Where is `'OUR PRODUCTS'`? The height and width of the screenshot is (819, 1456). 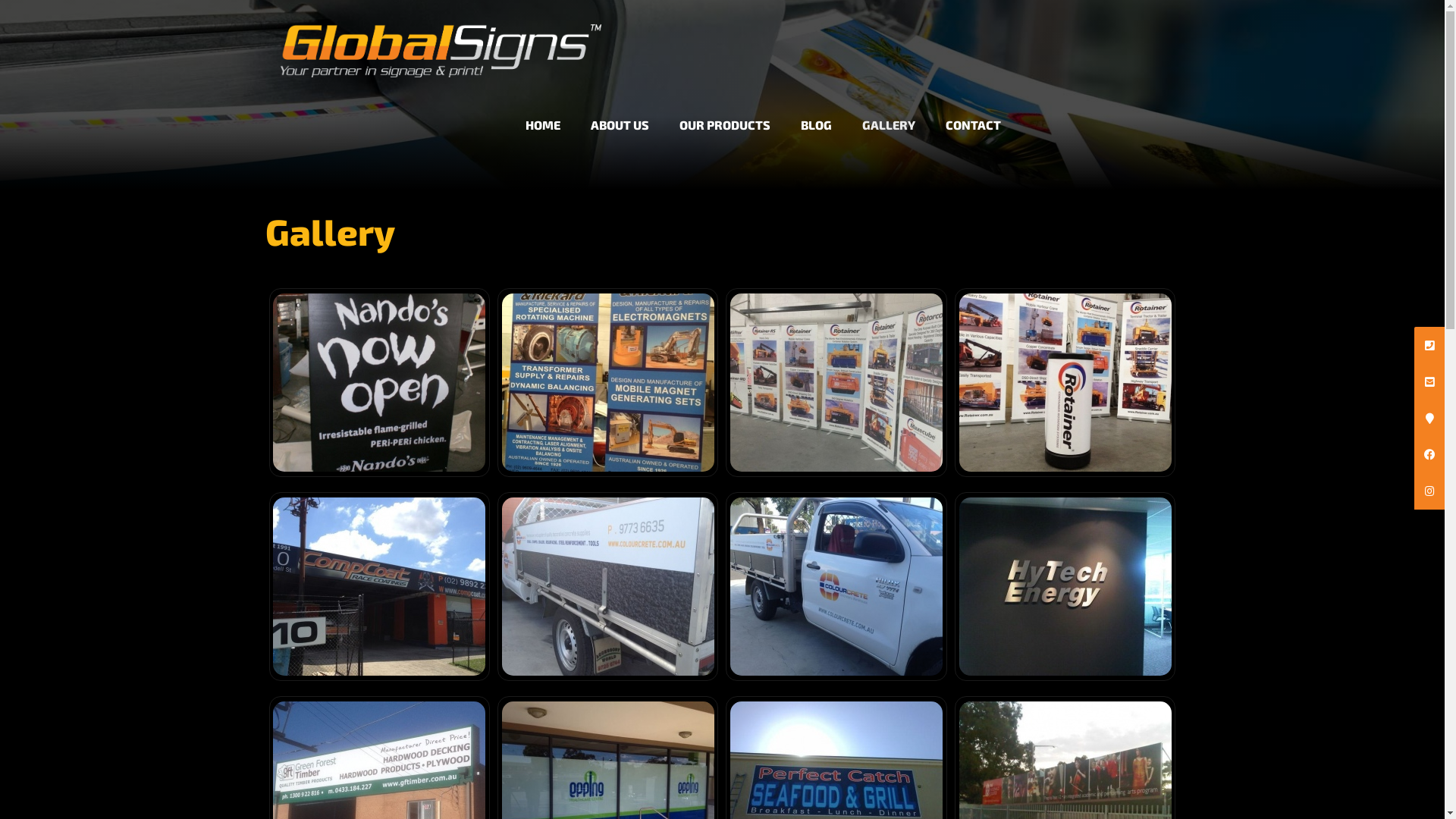 'OUR PRODUCTS' is located at coordinates (664, 111).